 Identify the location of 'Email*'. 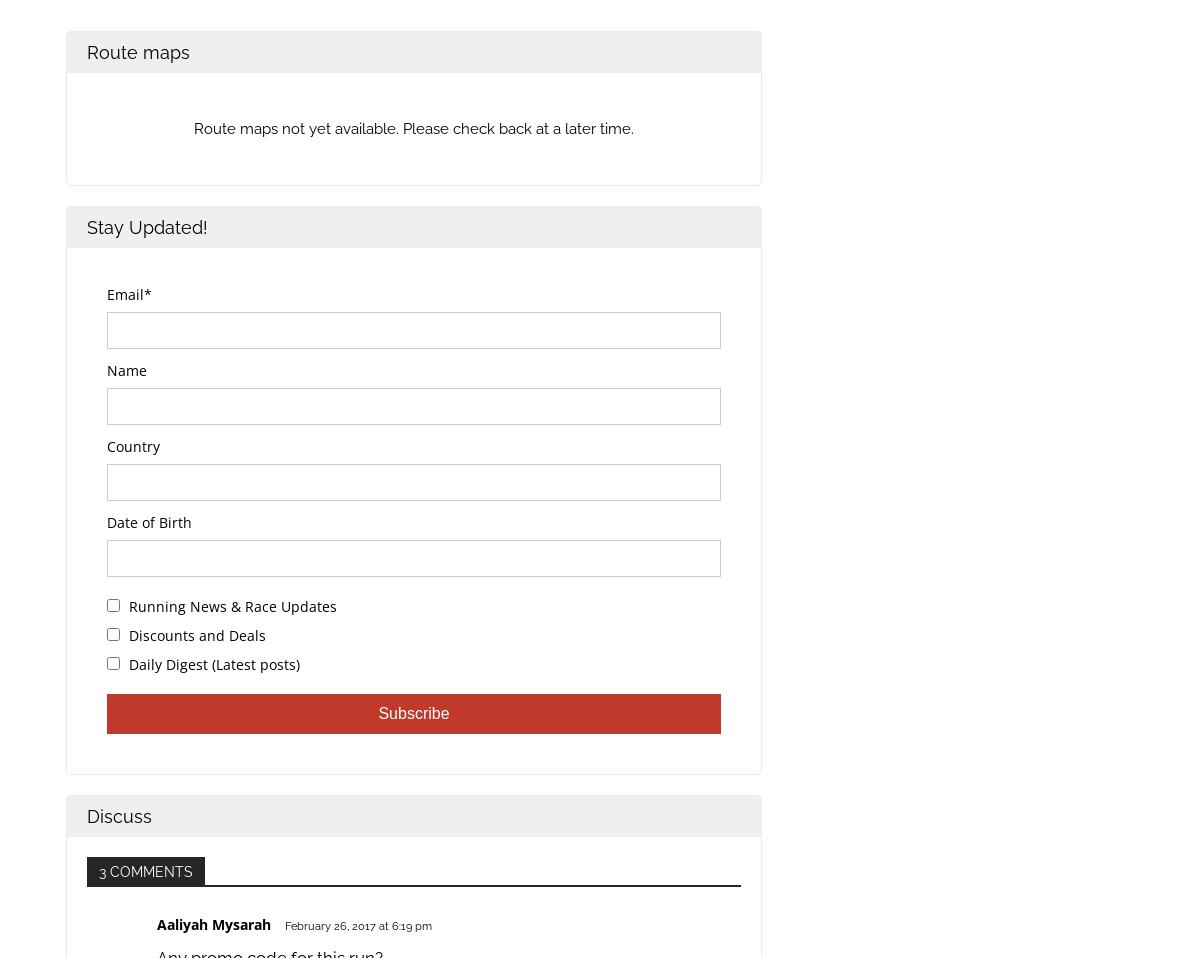
(129, 294).